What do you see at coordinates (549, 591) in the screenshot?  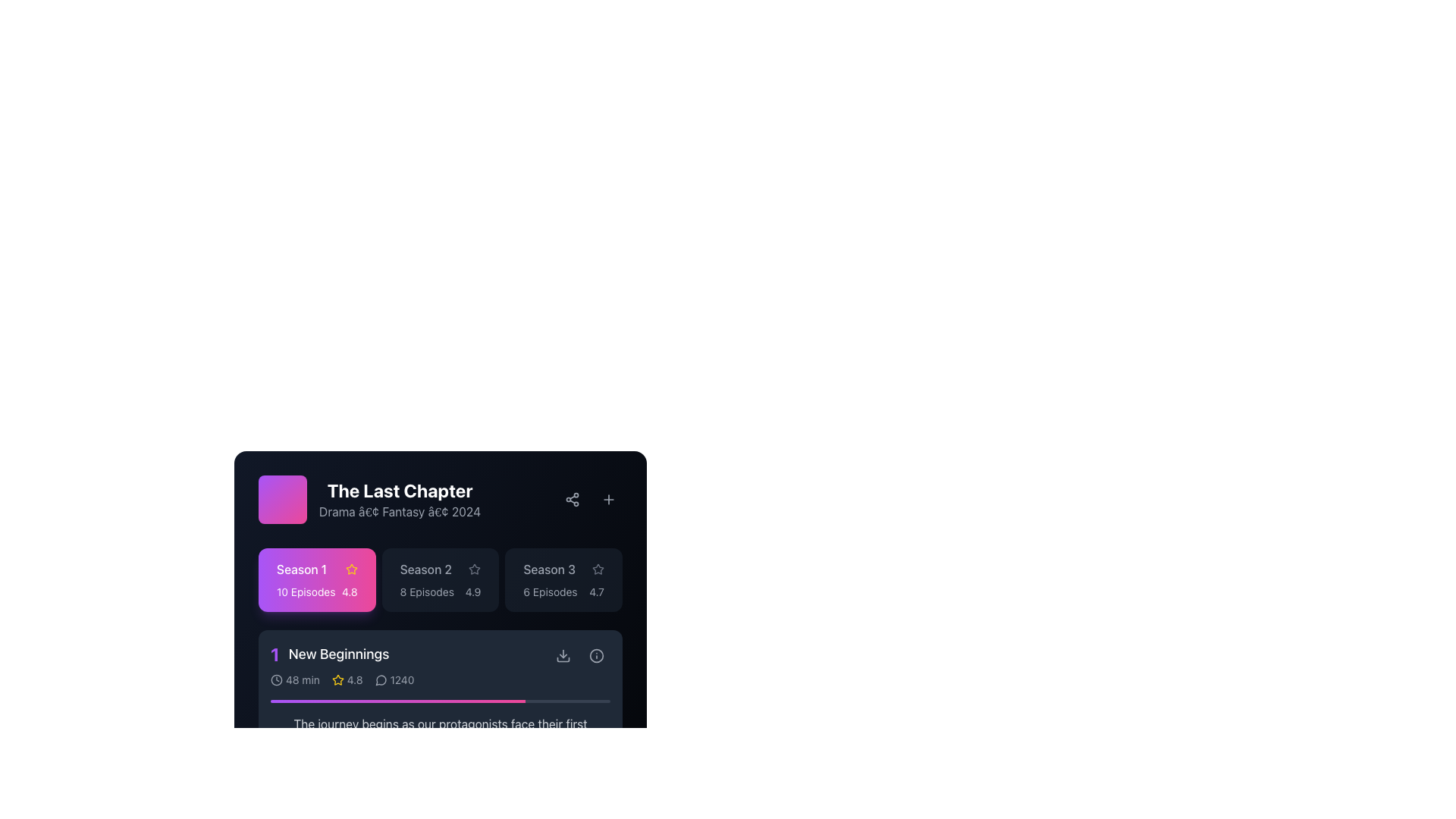 I see `the text label displaying '6 Episodes', which is part of the horizontal arrangement for 'Season 3' in the season selectors for 'The Last Chapter'` at bounding box center [549, 591].